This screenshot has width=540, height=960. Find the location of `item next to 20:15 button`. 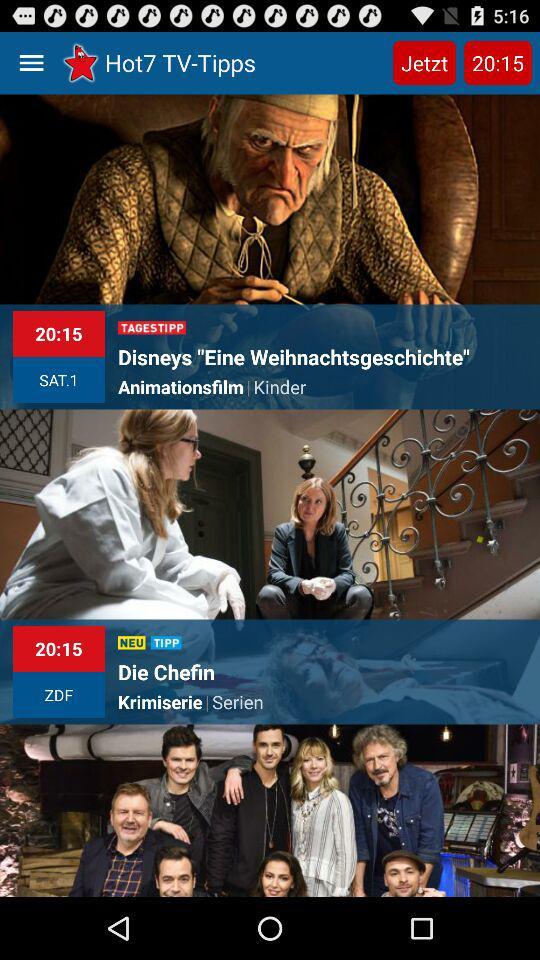

item next to 20:15 button is located at coordinates (423, 62).